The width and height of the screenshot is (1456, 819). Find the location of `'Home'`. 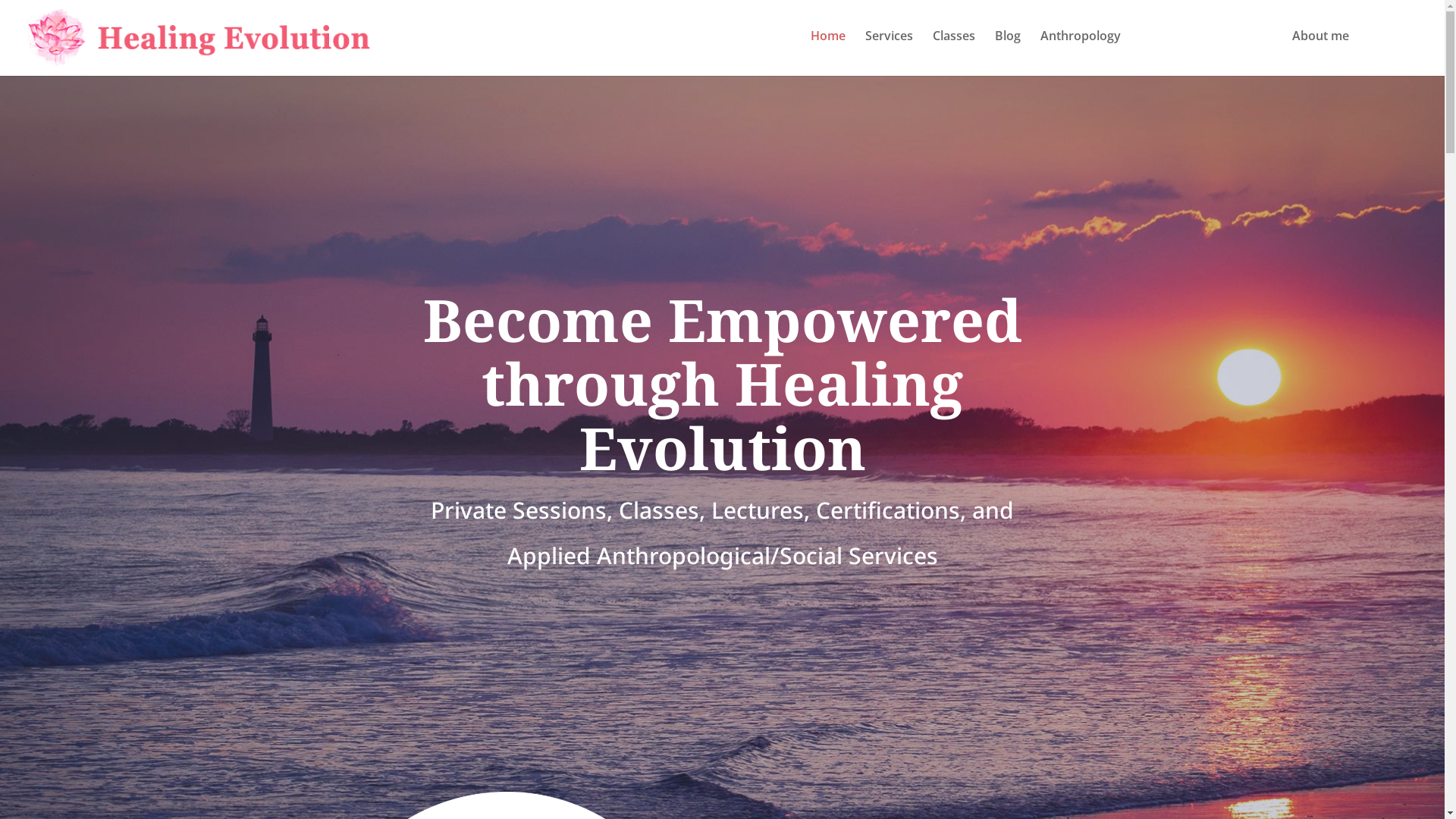

'Home' is located at coordinates (827, 49).